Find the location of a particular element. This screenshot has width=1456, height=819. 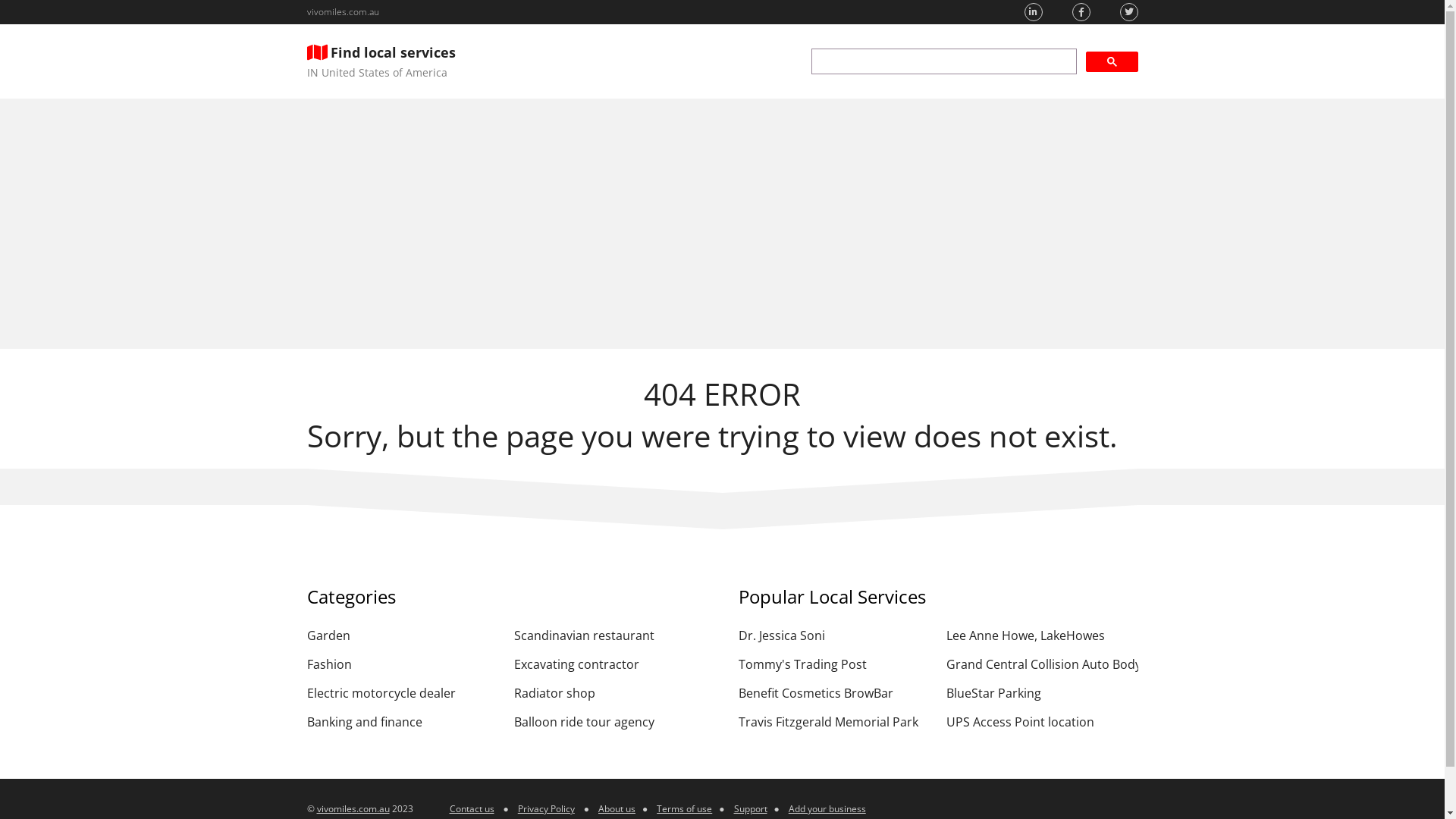

'Find local services is located at coordinates (381, 61).